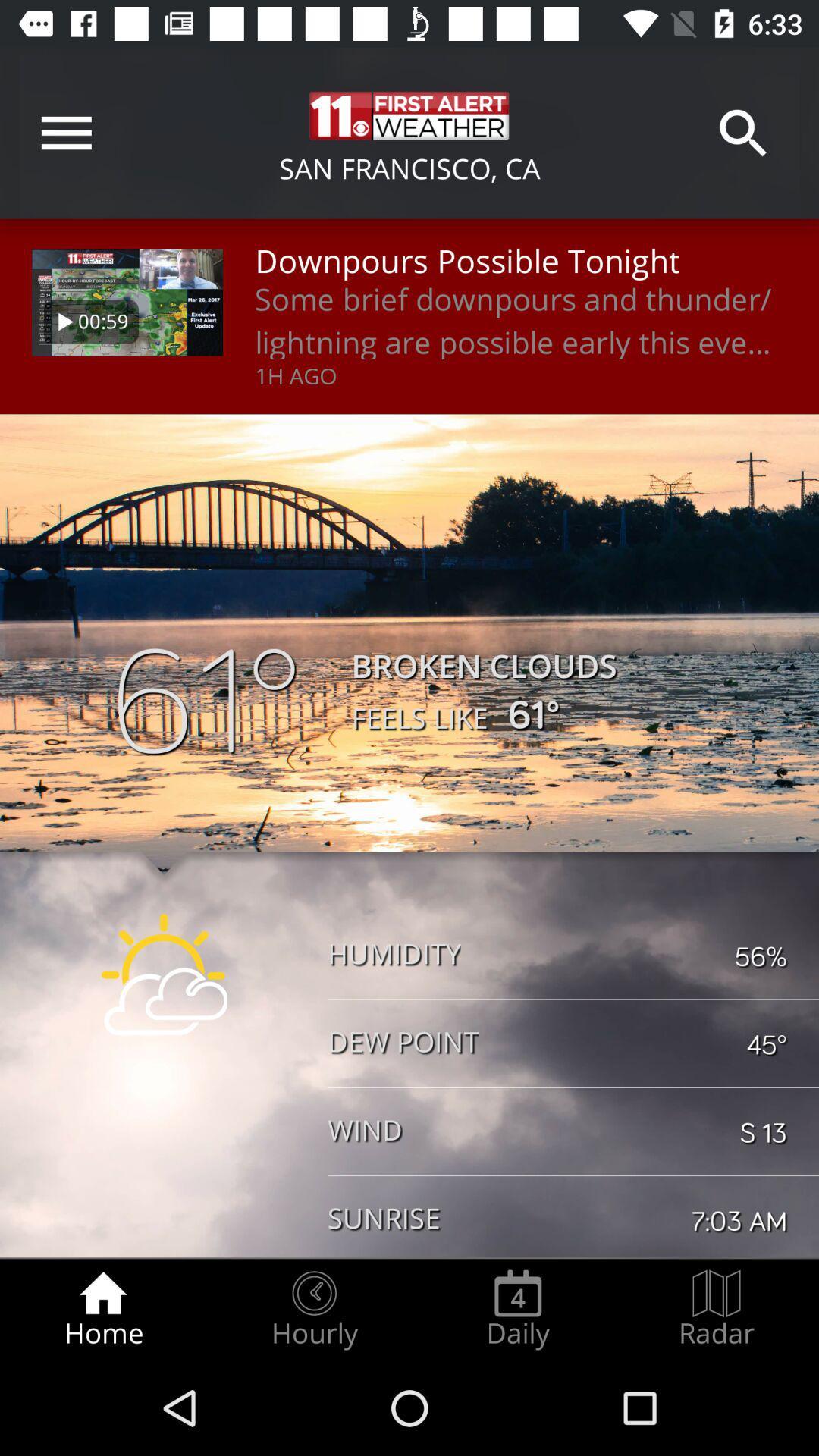 This screenshot has height=1456, width=819. What do you see at coordinates (102, 1309) in the screenshot?
I see `home item` at bounding box center [102, 1309].